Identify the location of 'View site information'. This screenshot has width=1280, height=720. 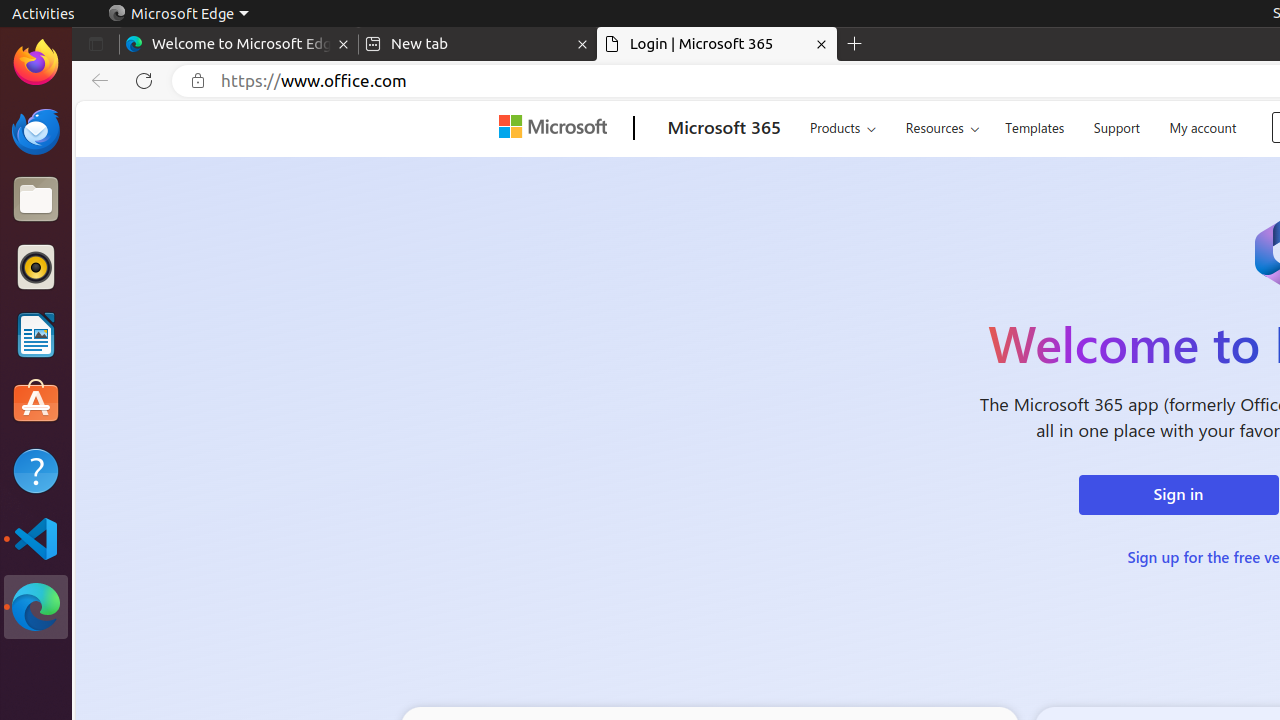
(198, 80).